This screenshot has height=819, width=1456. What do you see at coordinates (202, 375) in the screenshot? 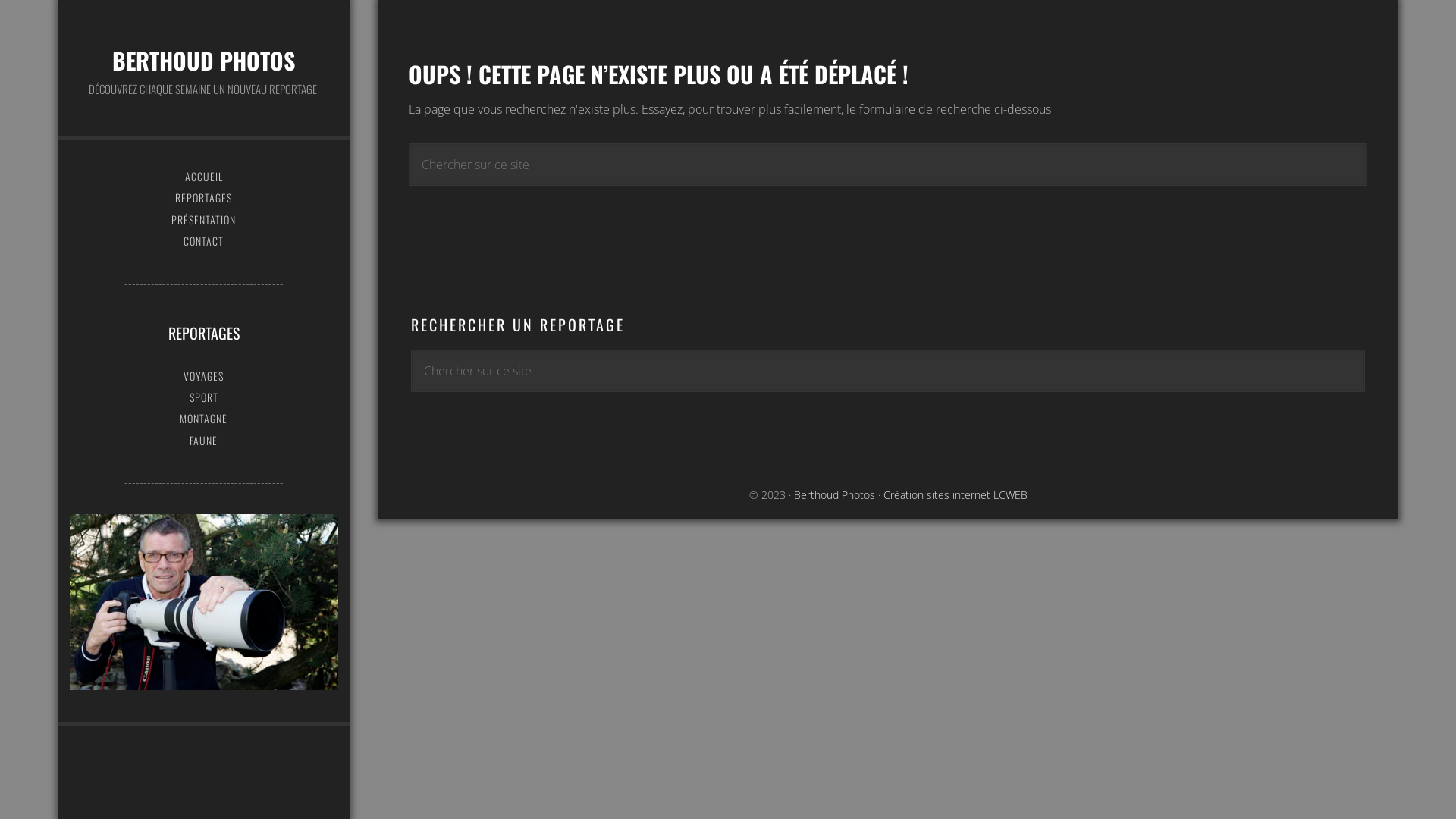
I see `'VOYAGES'` at bounding box center [202, 375].